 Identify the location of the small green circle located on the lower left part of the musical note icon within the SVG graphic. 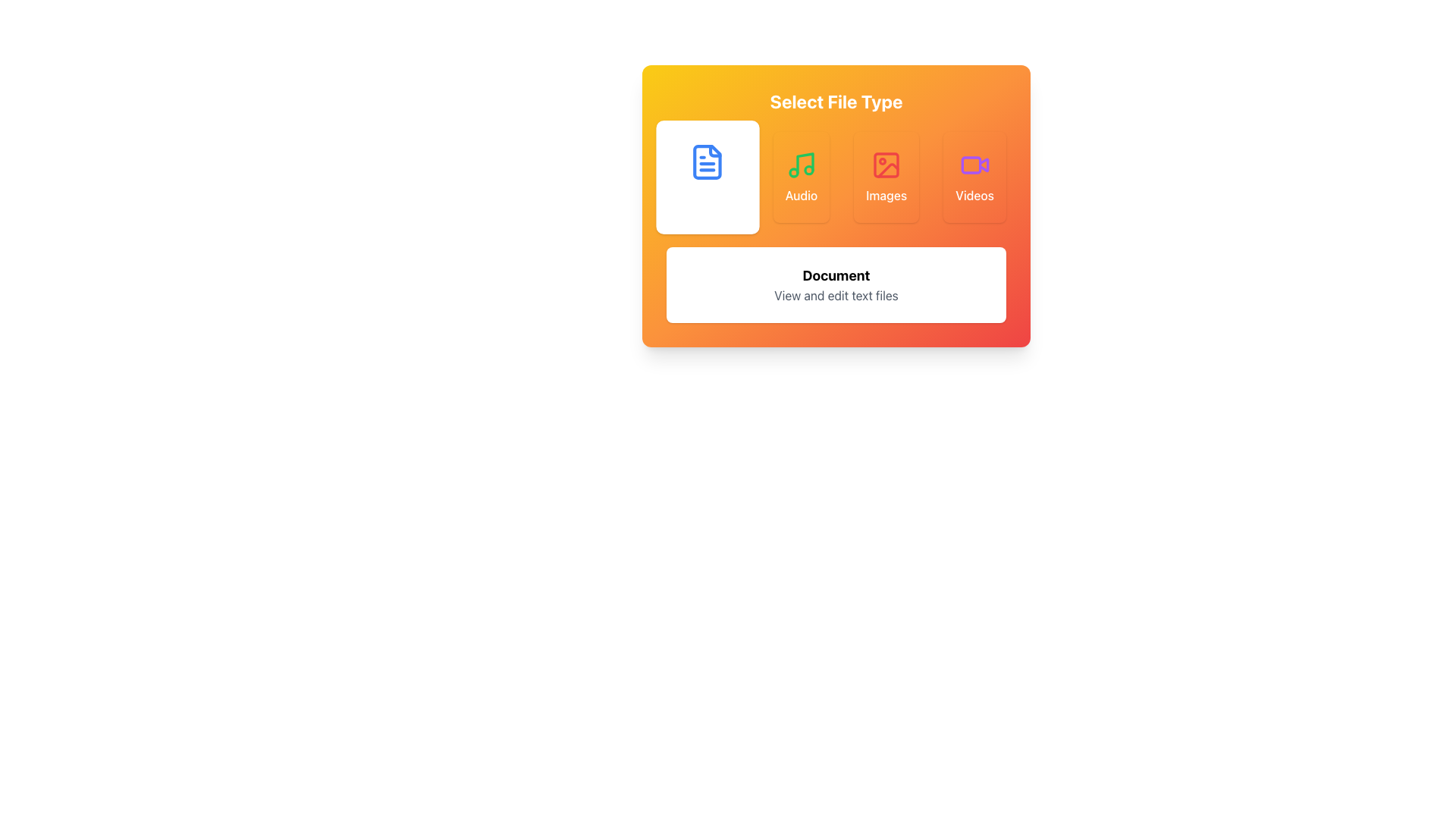
(792, 171).